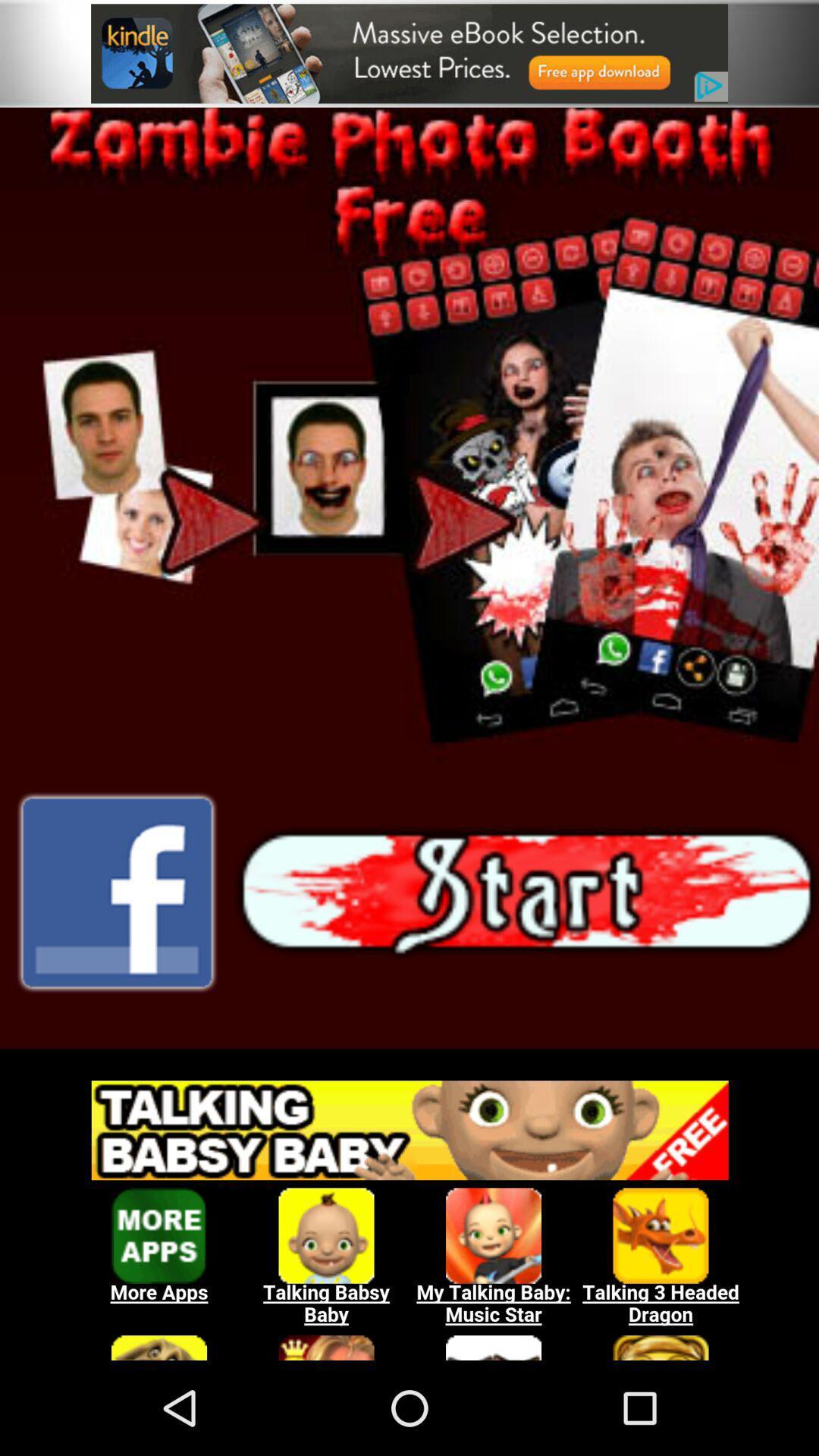 Image resolution: width=819 pixels, height=1456 pixels. What do you see at coordinates (409, 577) in the screenshot?
I see `start app` at bounding box center [409, 577].